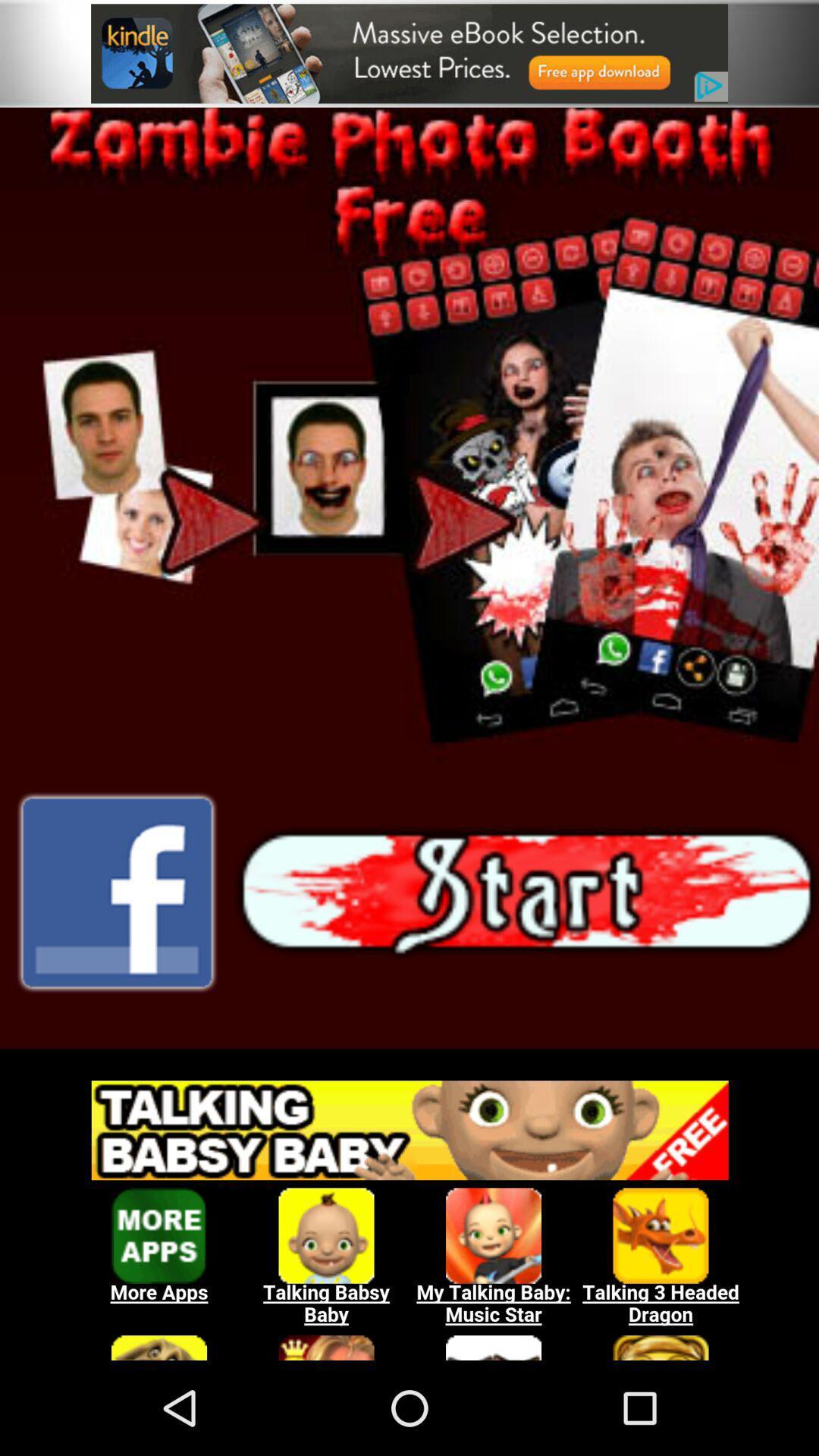 Image resolution: width=819 pixels, height=1456 pixels. What do you see at coordinates (409, 577) in the screenshot?
I see `start app` at bounding box center [409, 577].